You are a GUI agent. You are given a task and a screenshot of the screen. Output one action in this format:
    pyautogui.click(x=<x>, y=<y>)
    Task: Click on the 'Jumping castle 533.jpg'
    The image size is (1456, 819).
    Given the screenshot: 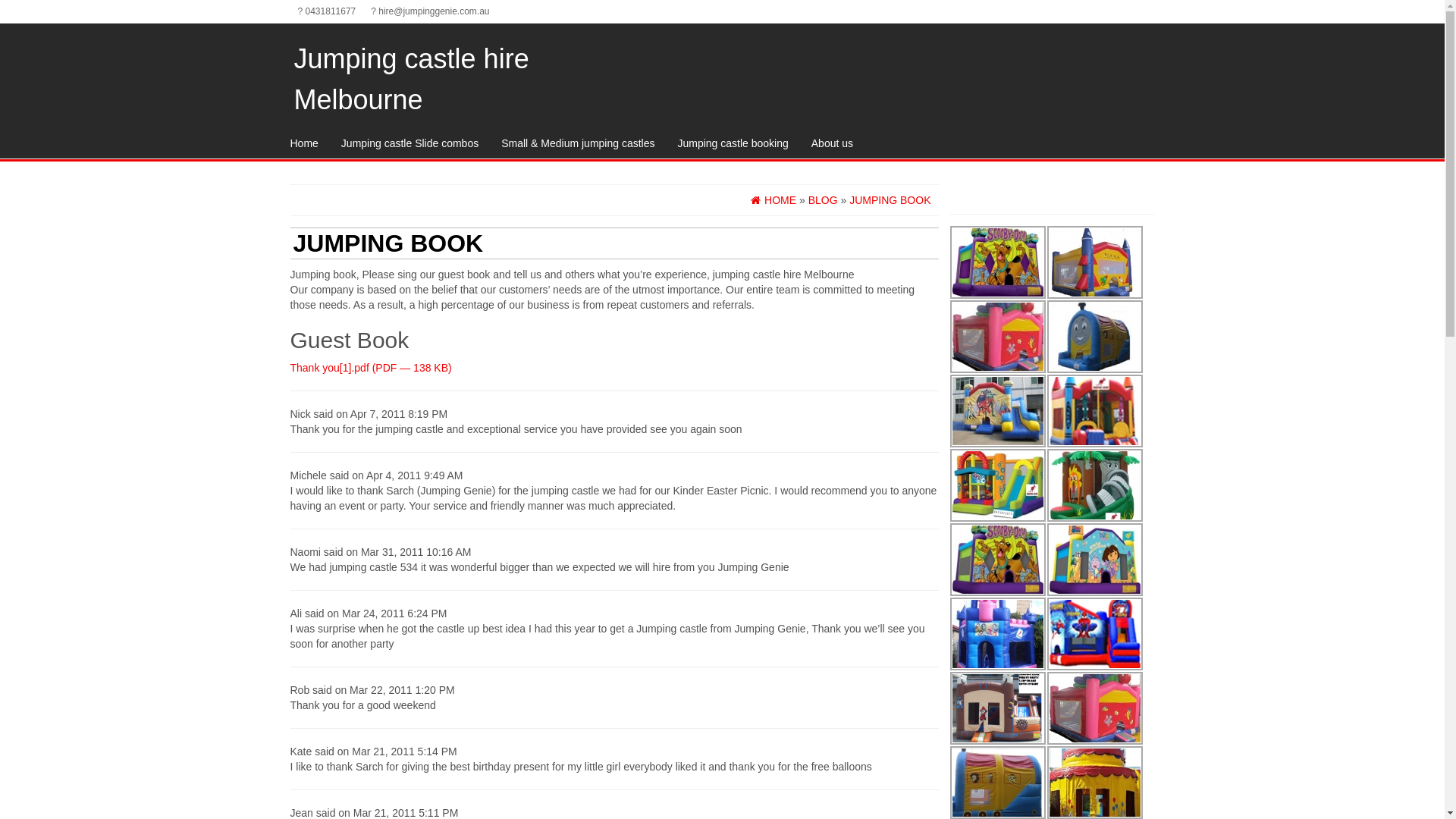 What is the action you would take?
    pyautogui.click(x=997, y=485)
    